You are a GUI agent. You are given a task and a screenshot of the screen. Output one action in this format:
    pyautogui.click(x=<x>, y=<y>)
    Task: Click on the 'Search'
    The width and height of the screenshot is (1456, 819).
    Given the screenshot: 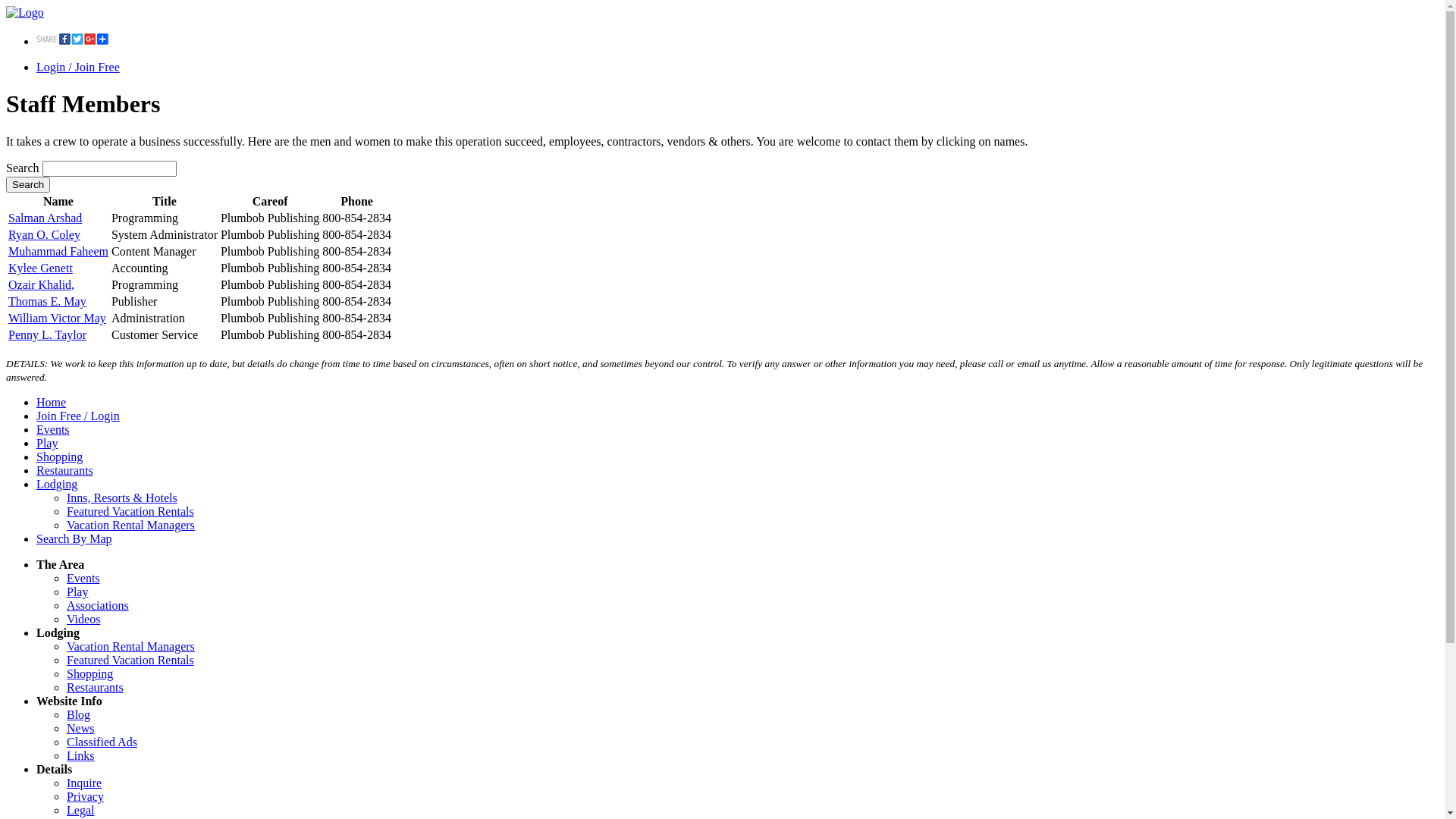 What is the action you would take?
    pyautogui.click(x=28, y=184)
    